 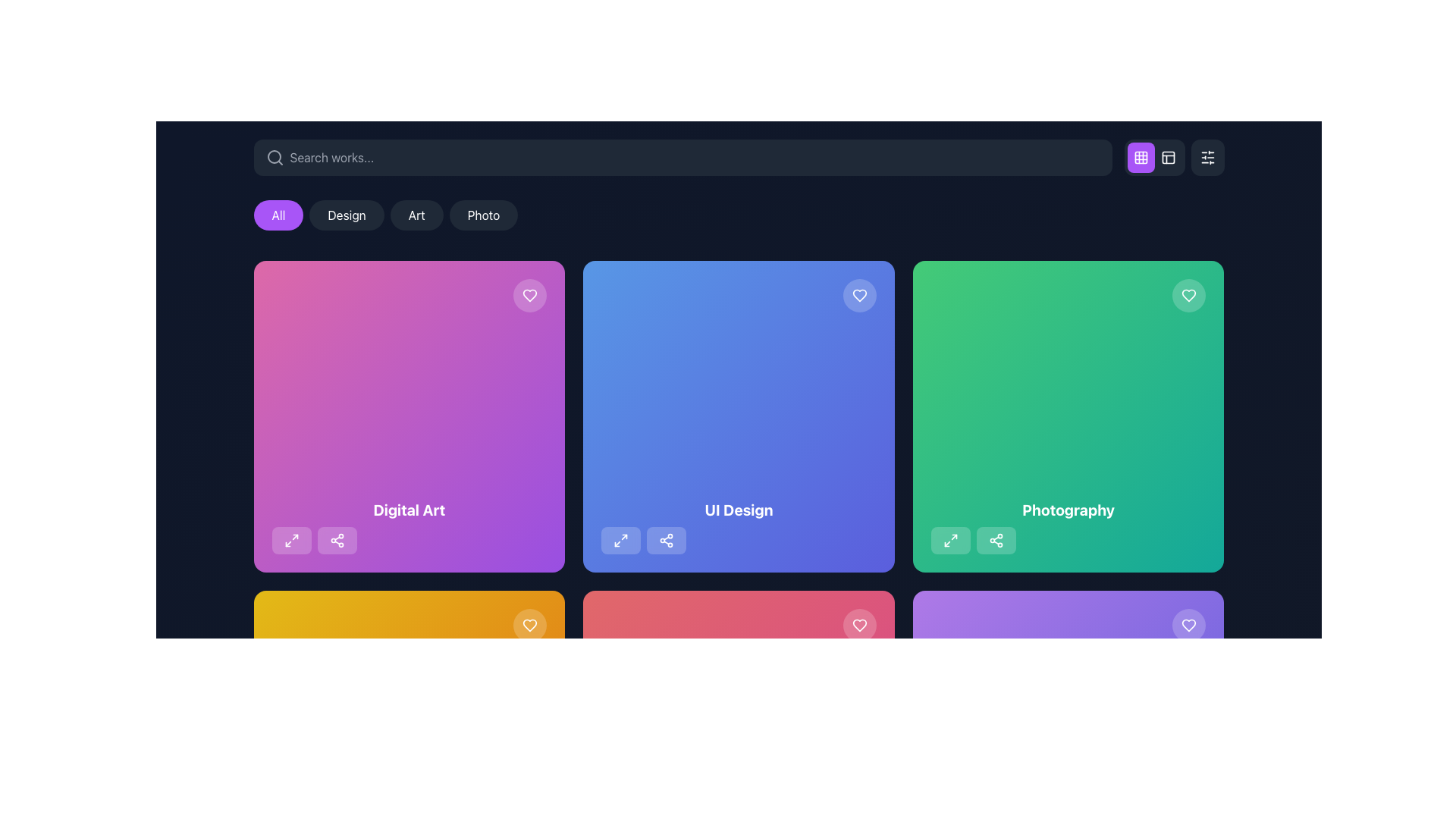 I want to click on the grid view toggle button located in the top-right section of the interface, so click(x=1153, y=158).